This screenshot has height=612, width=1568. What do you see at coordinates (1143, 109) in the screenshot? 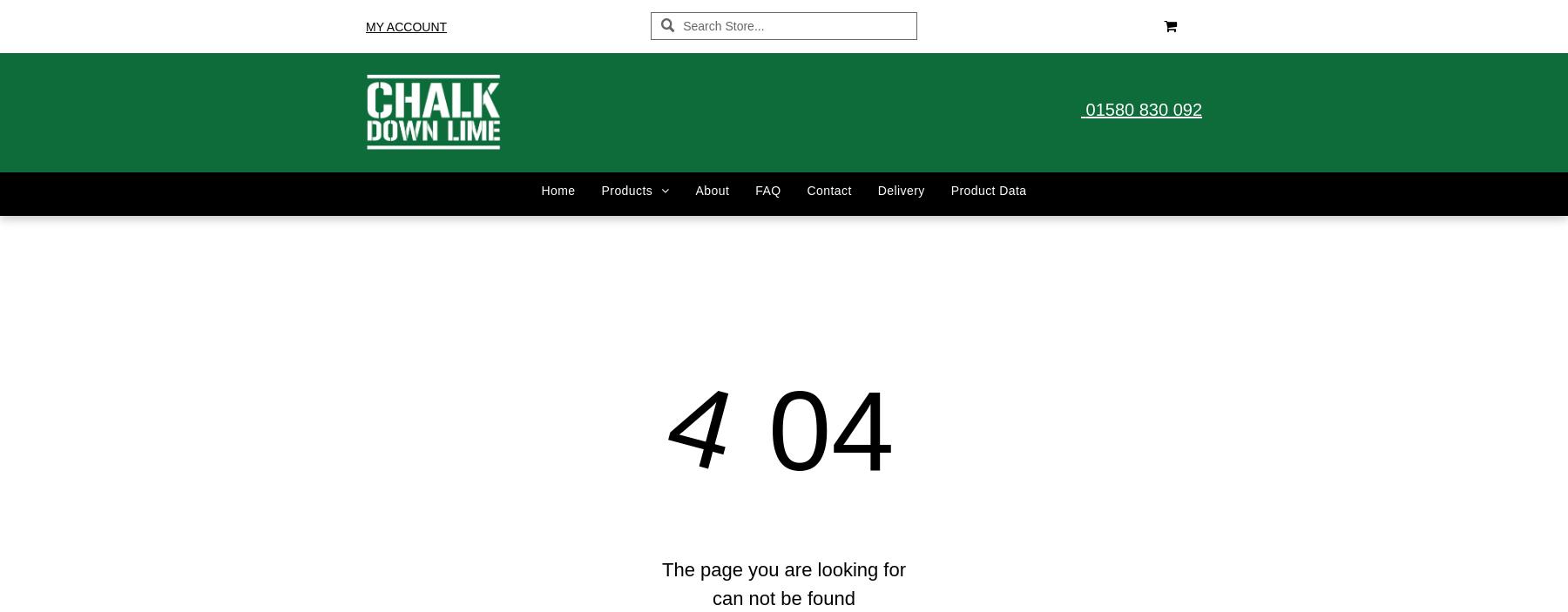
I see `'01580 830 092'` at bounding box center [1143, 109].